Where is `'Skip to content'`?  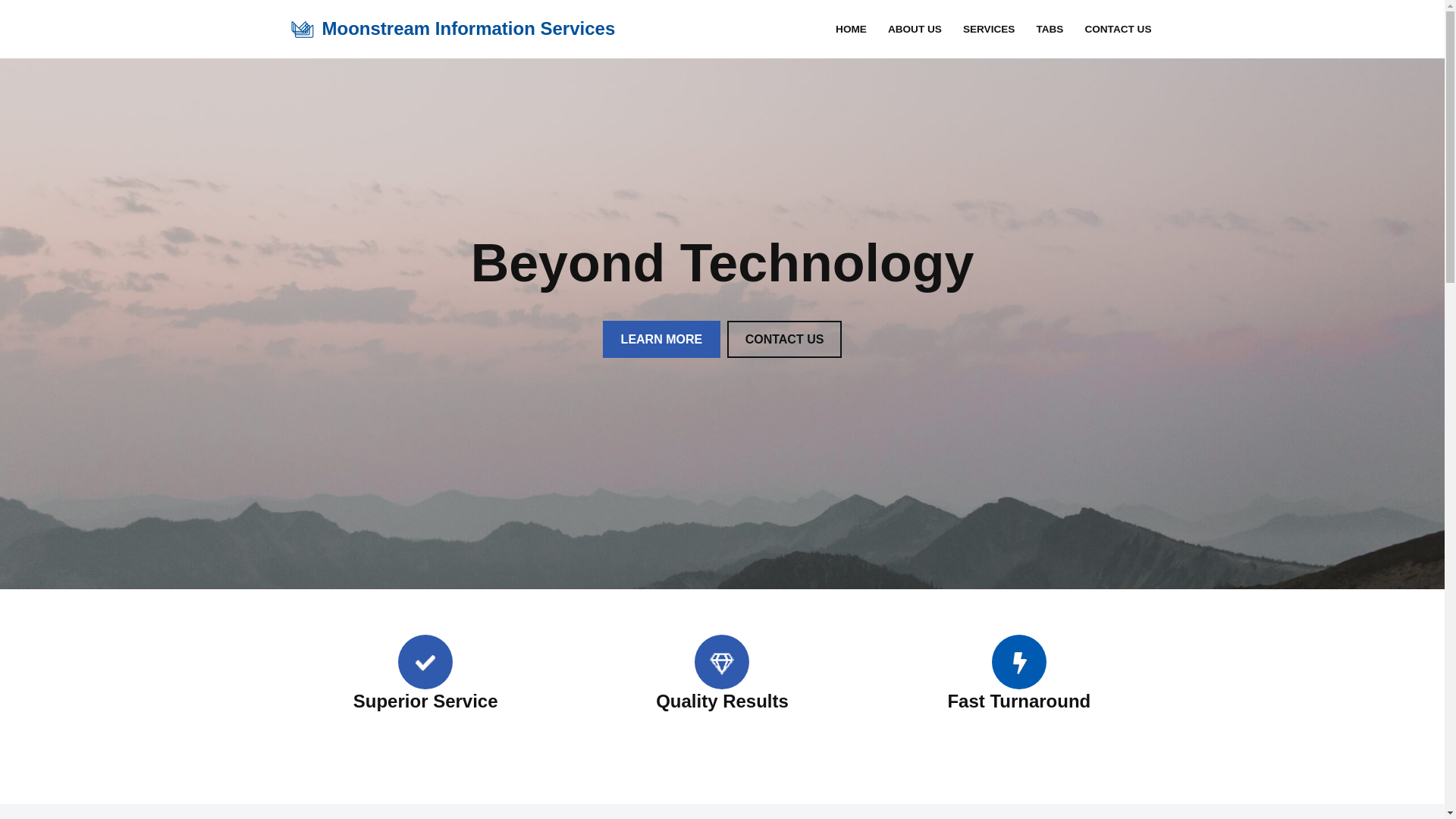 'Skip to content' is located at coordinates (11, 32).